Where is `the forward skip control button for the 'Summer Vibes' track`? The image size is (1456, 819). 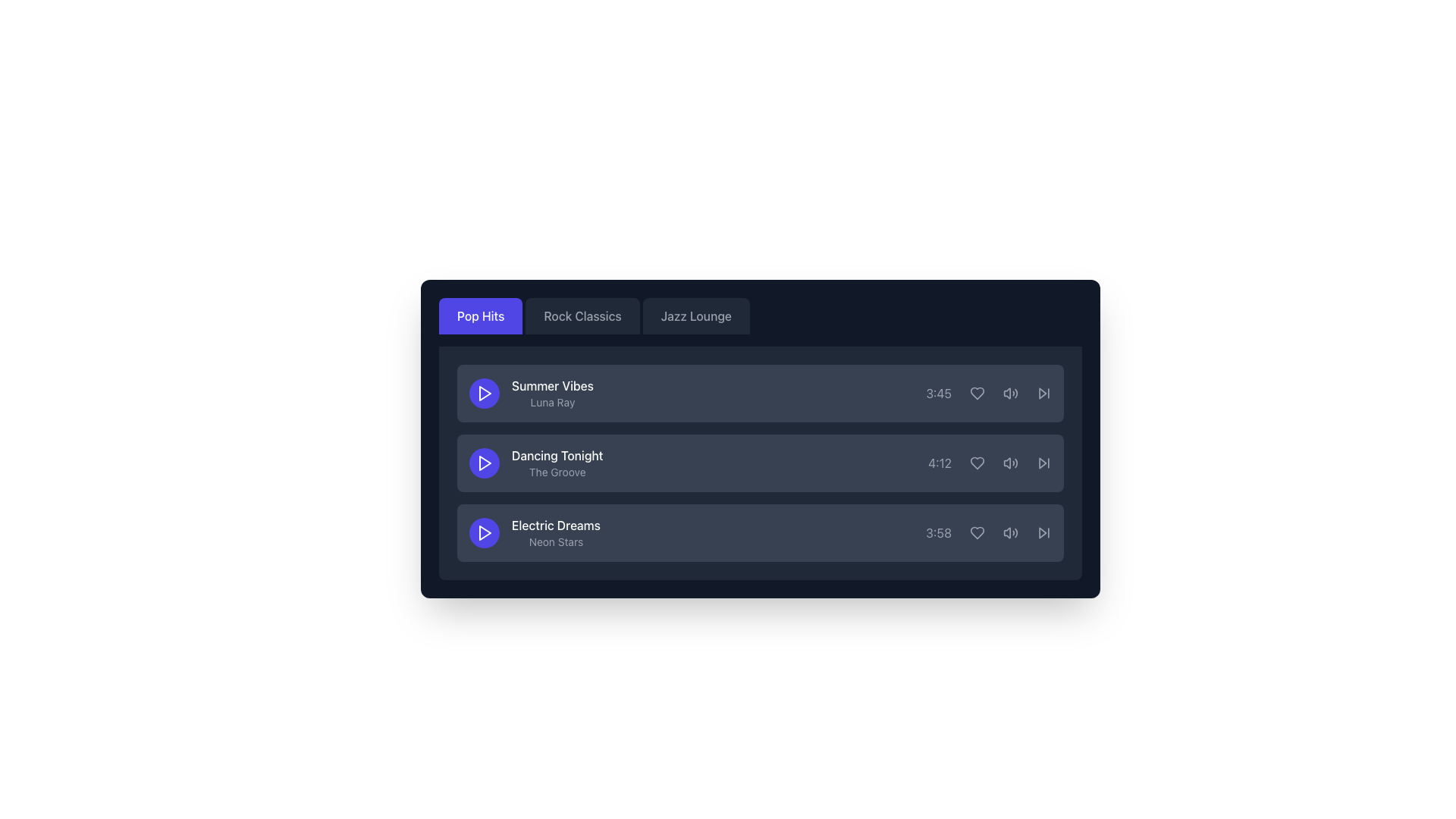 the forward skip control button for the 'Summer Vibes' track is located at coordinates (1043, 393).